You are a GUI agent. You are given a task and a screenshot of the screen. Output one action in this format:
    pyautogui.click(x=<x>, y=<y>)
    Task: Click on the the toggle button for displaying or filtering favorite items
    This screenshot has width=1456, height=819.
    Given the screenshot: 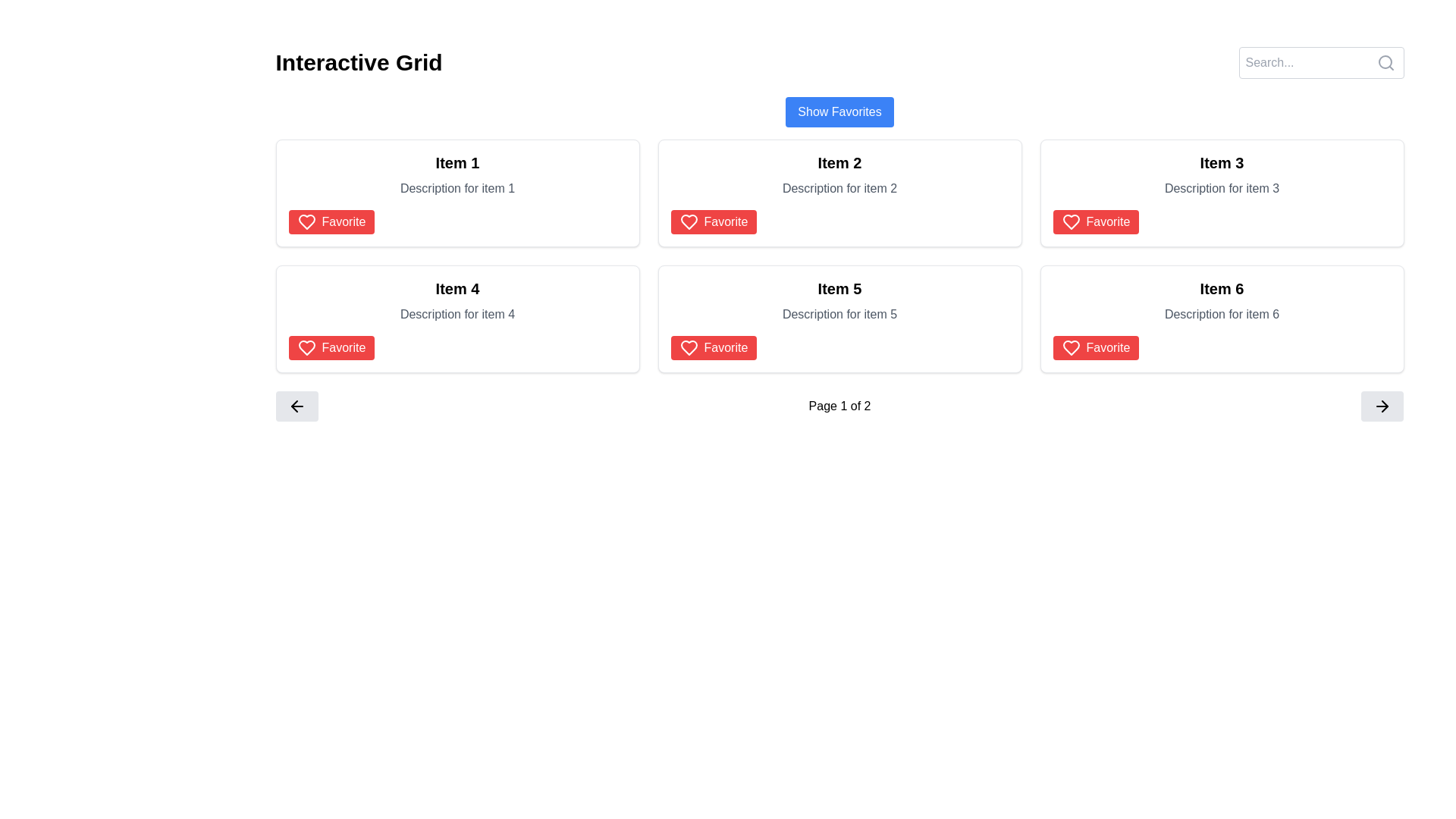 What is the action you would take?
    pyautogui.click(x=839, y=111)
    